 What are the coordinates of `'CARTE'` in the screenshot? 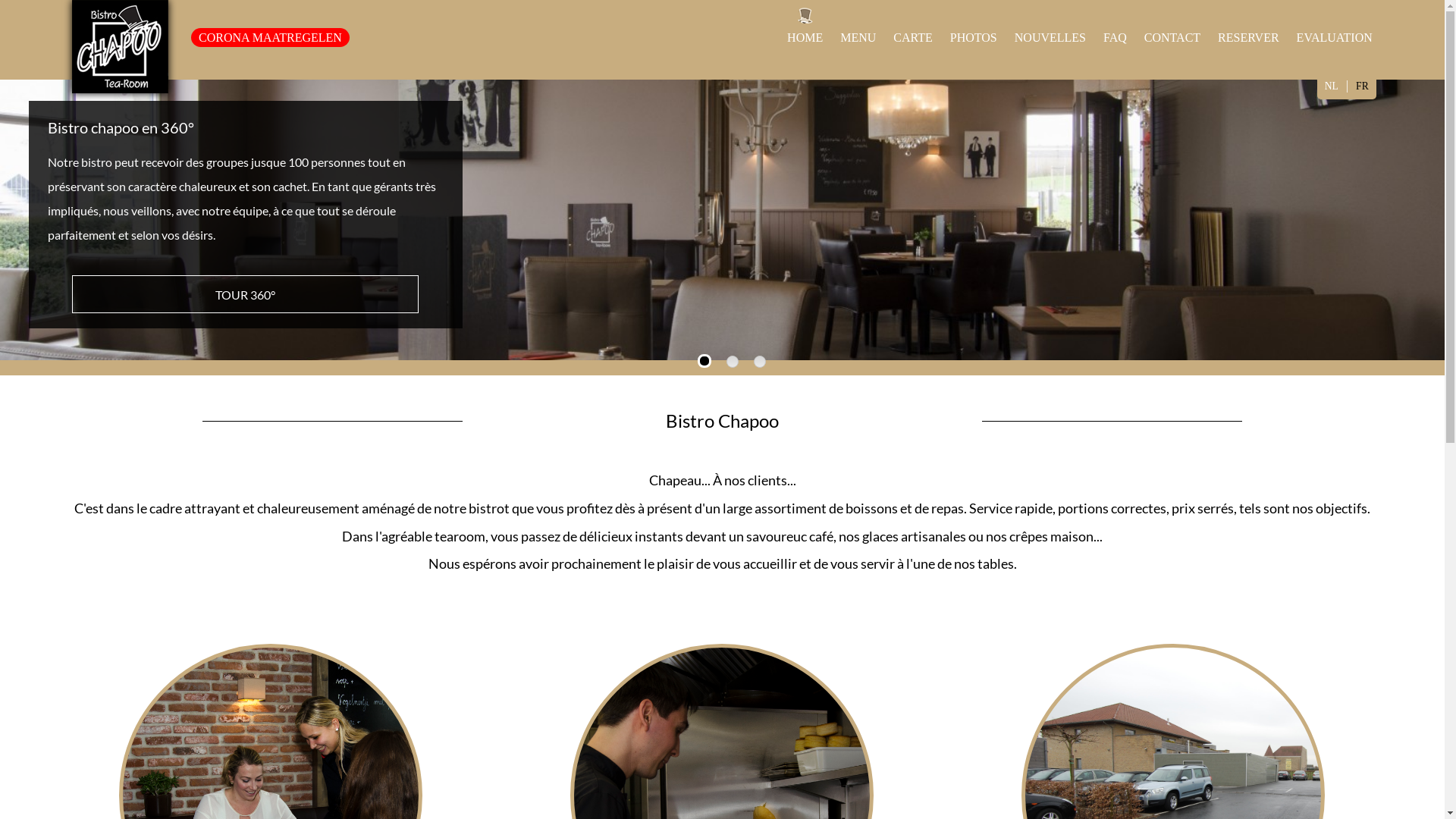 It's located at (912, 36).